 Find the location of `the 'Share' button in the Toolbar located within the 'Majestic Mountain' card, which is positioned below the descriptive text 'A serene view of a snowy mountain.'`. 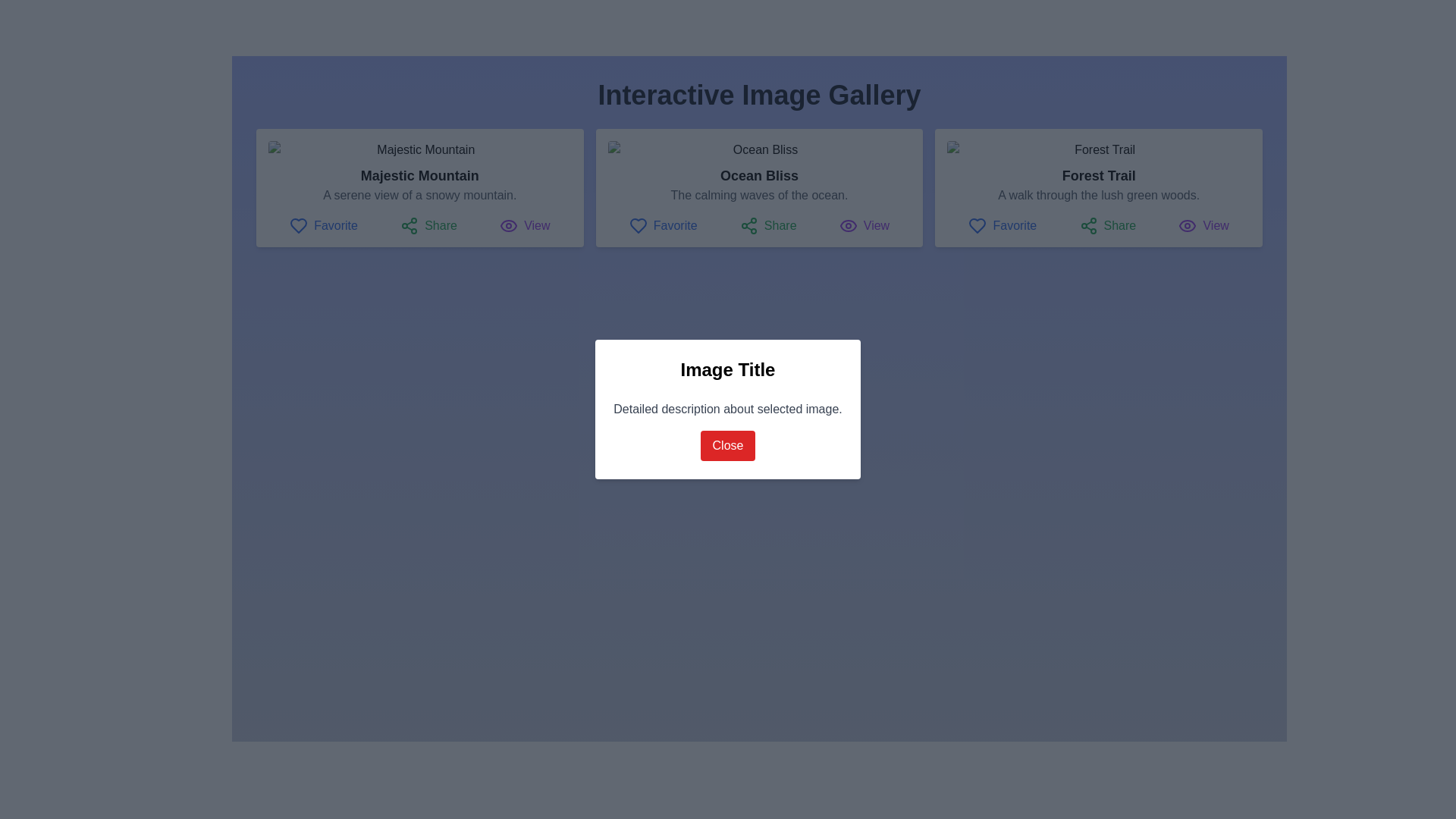

the 'Share' button in the Toolbar located within the 'Majestic Mountain' card, which is positioned below the descriptive text 'A serene view of a snowy mountain.' is located at coordinates (419, 225).